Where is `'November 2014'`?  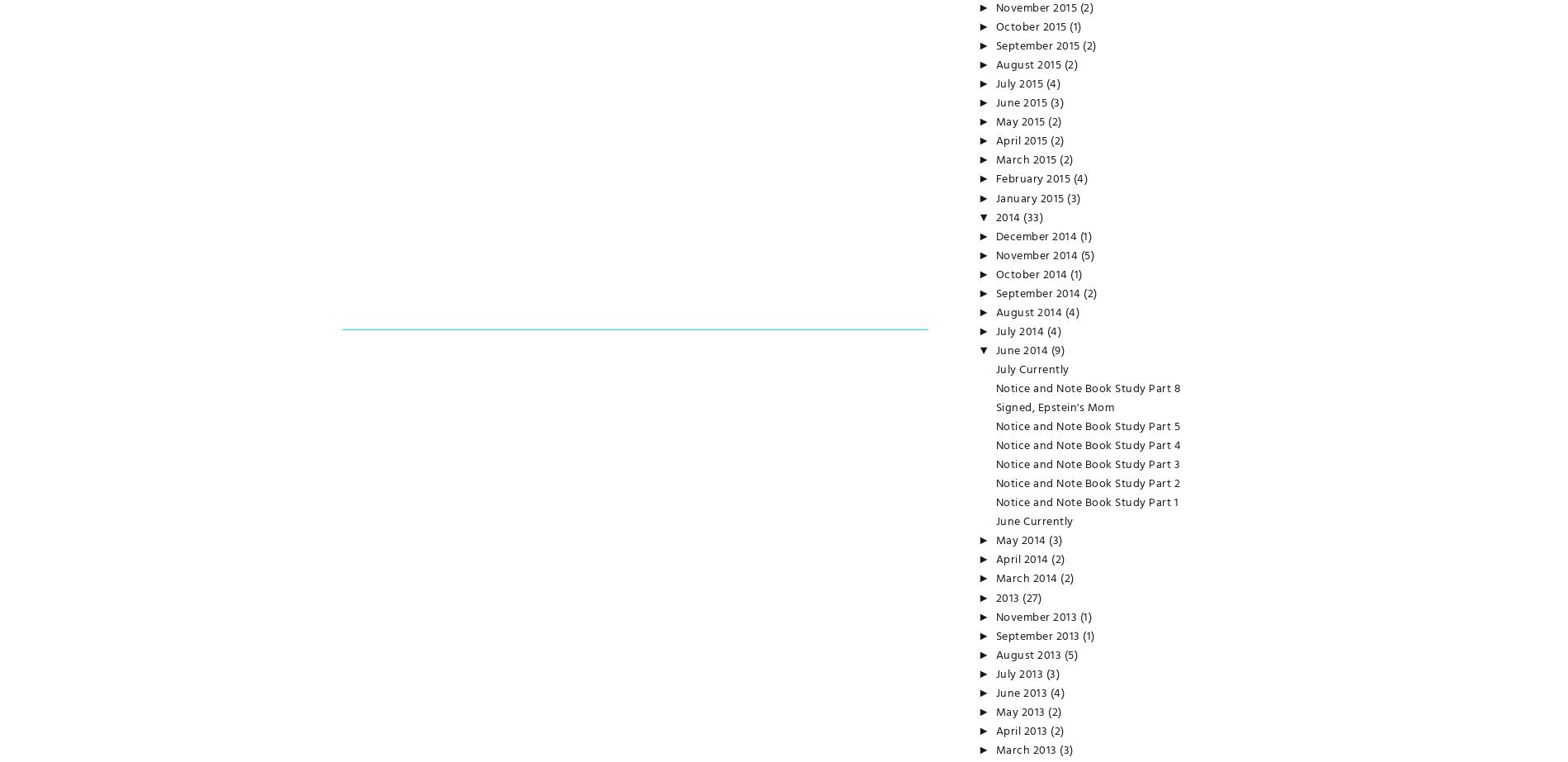
'November 2014' is located at coordinates (1037, 255).